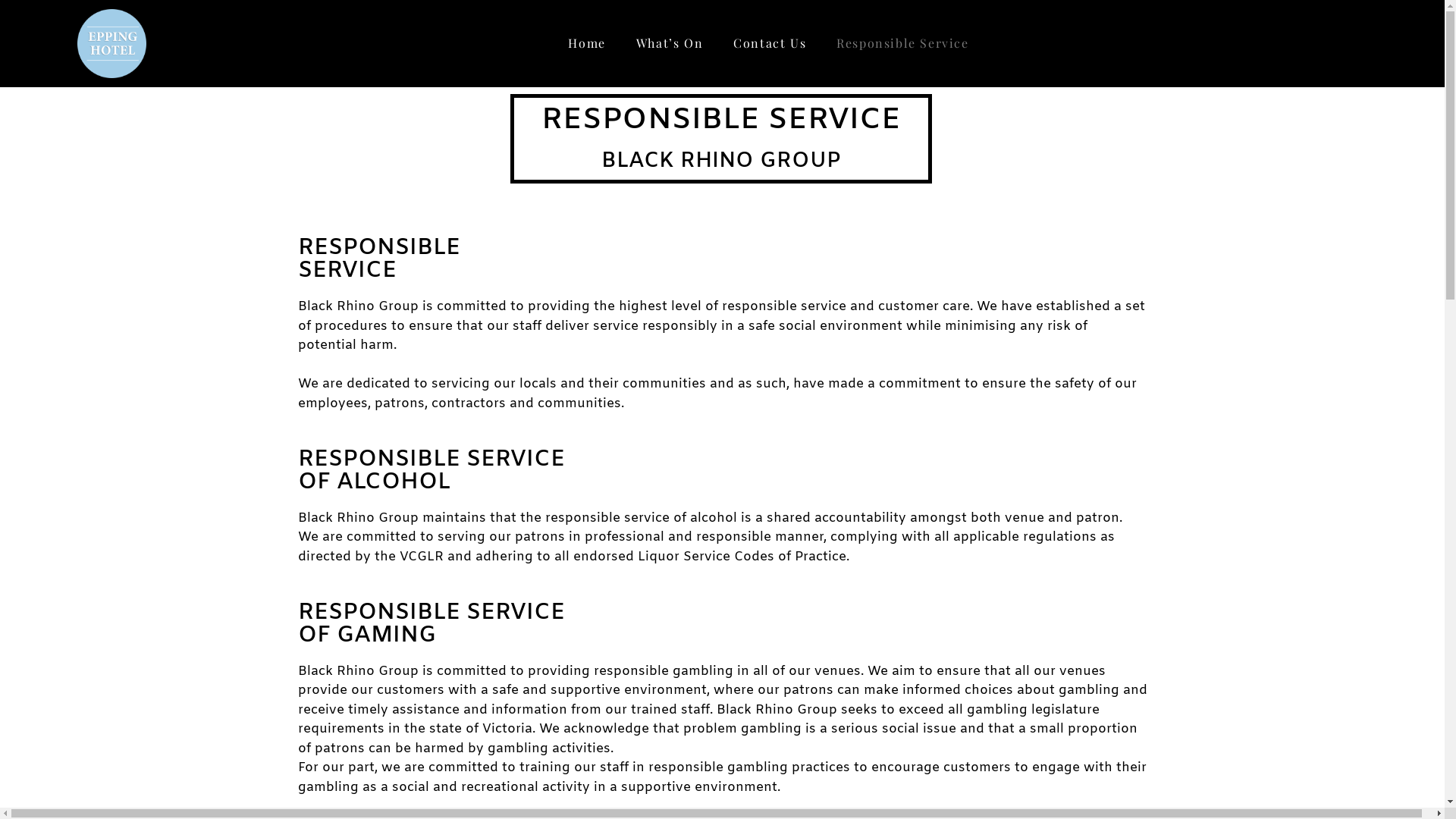 Image resolution: width=1456 pixels, height=819 pixels. Describe the element at coordinates (769, 42) in the screenshot. I see `'Contact Us'` at that location.